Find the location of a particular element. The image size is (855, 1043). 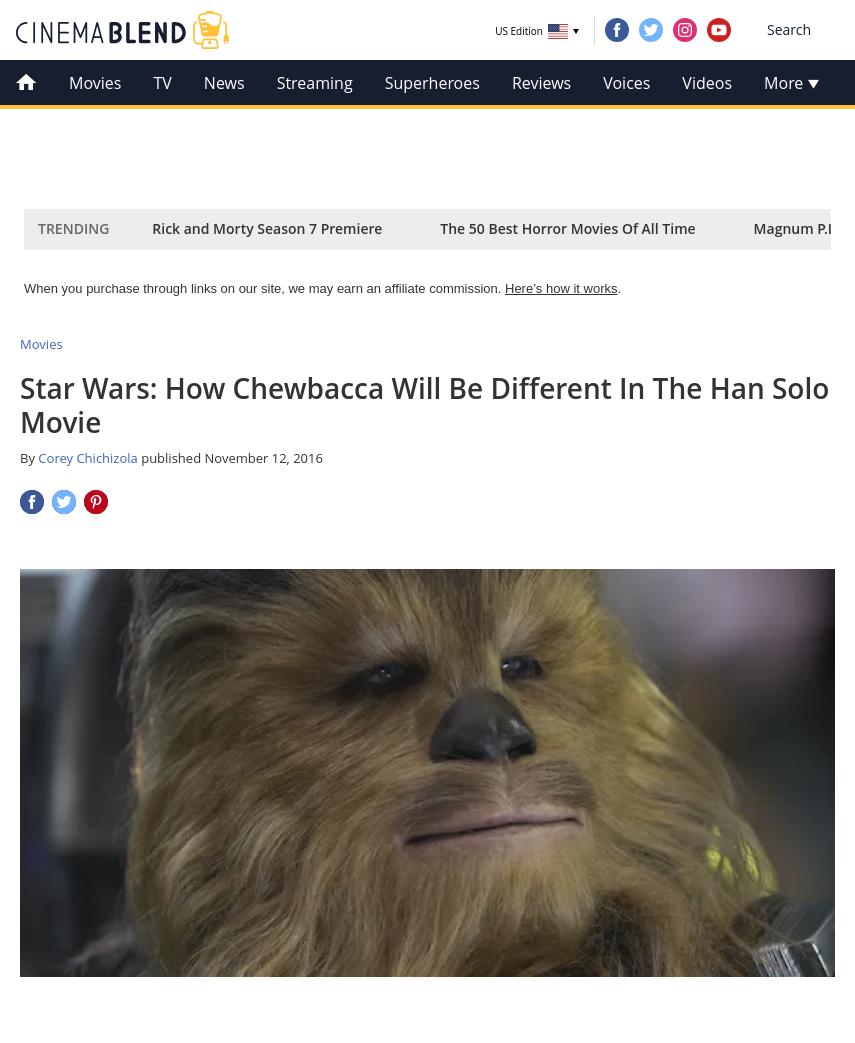

'Reviews' is located at coordinates (540, 83).